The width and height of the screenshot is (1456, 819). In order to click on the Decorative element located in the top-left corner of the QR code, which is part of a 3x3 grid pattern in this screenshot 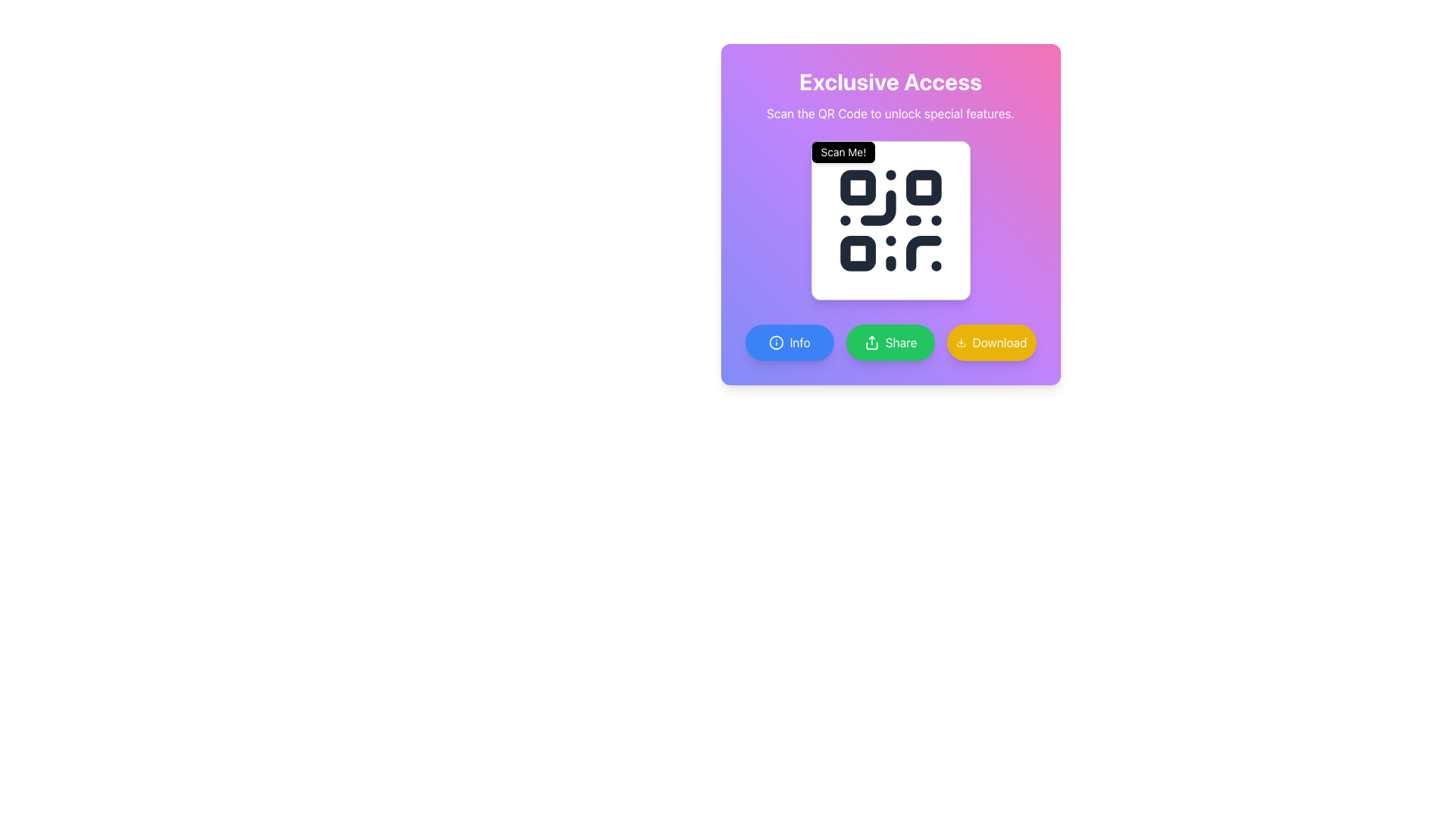, I will do `click(858, 187)`.